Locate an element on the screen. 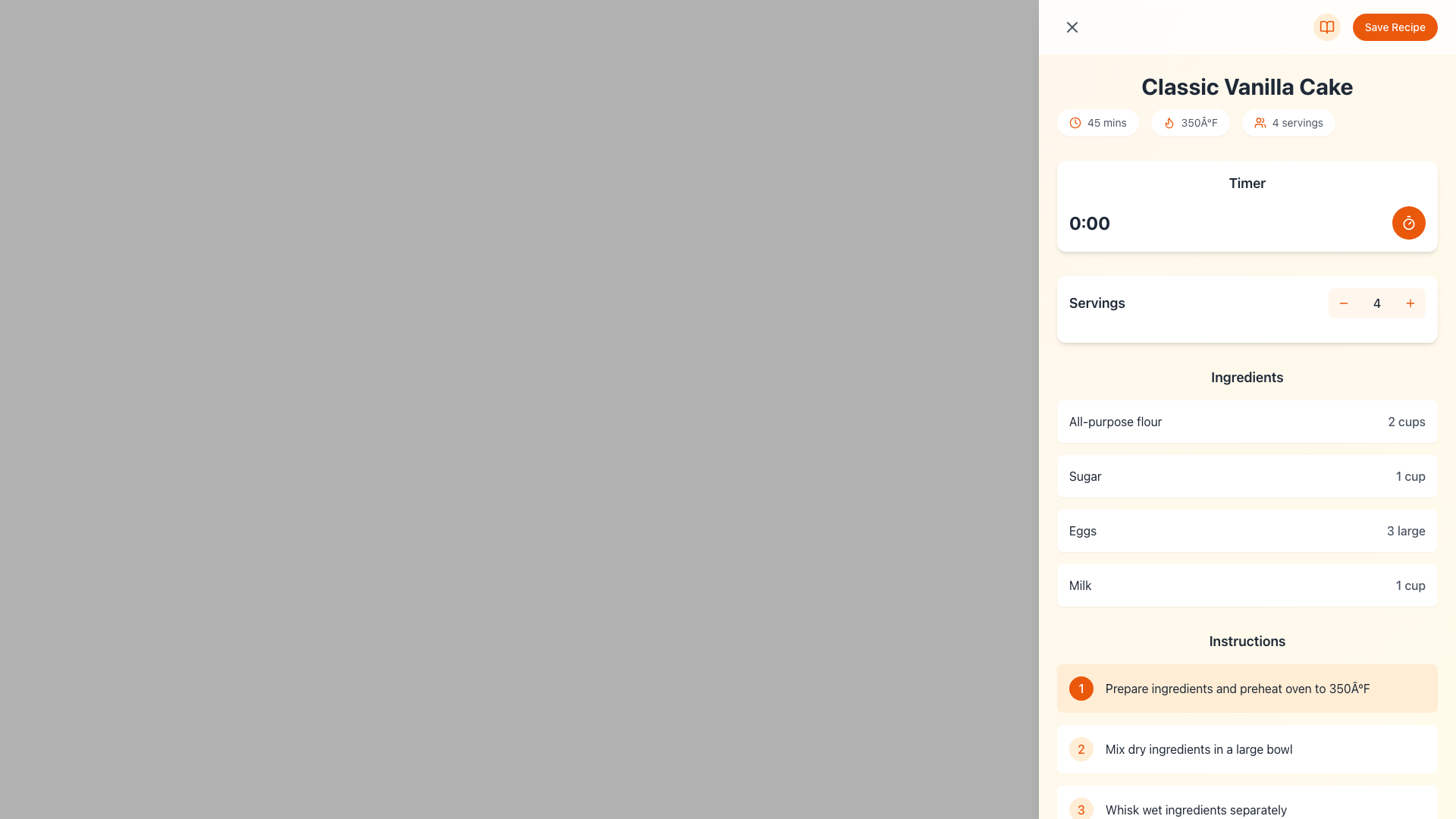  the static text display showing the number '4', which is centered within a light orange background block, situated between decrement and increment buttons in the 'Servings' section is located at coordinates (1376, 303).